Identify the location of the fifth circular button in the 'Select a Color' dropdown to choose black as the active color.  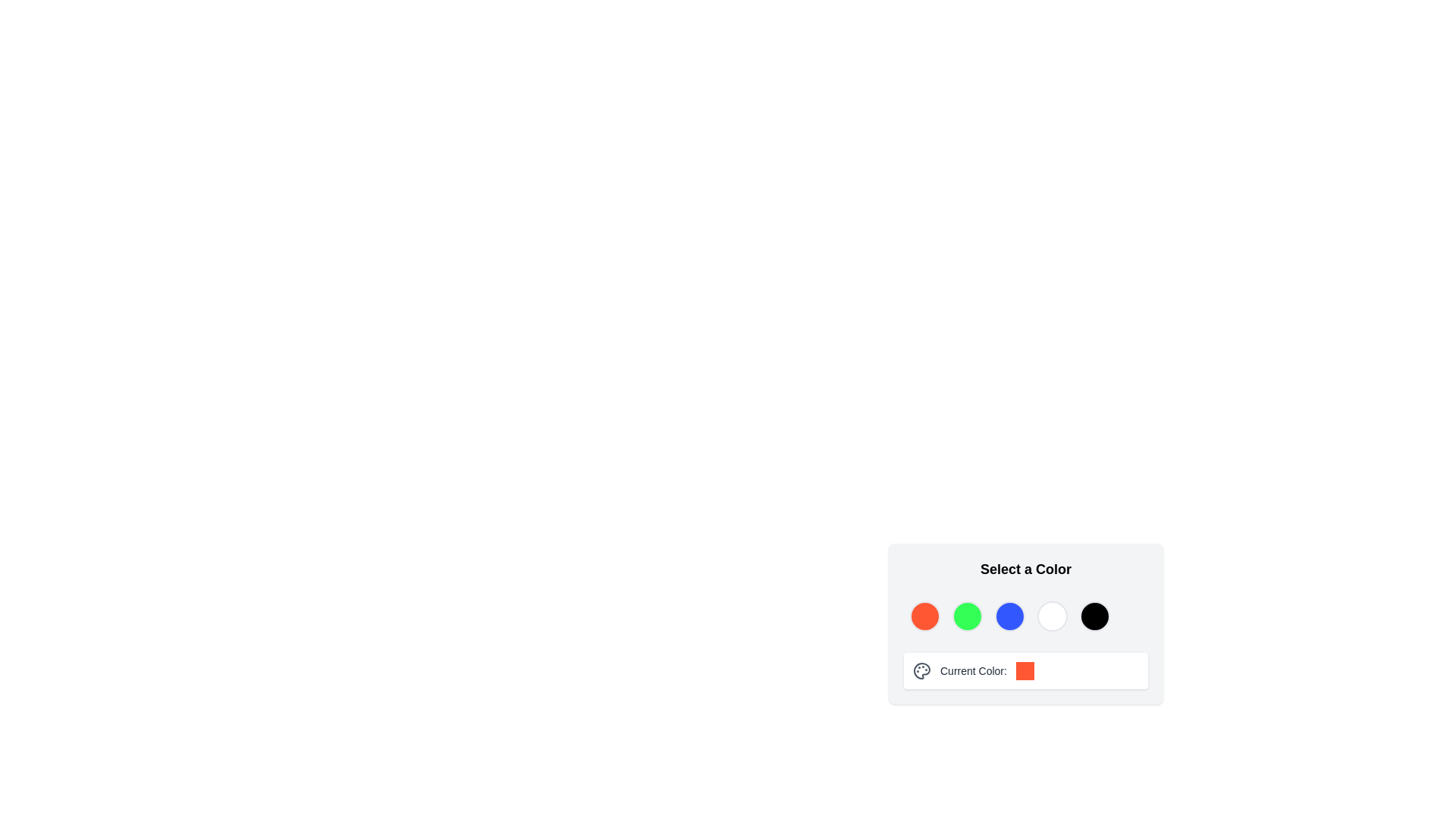
(1095, 617).